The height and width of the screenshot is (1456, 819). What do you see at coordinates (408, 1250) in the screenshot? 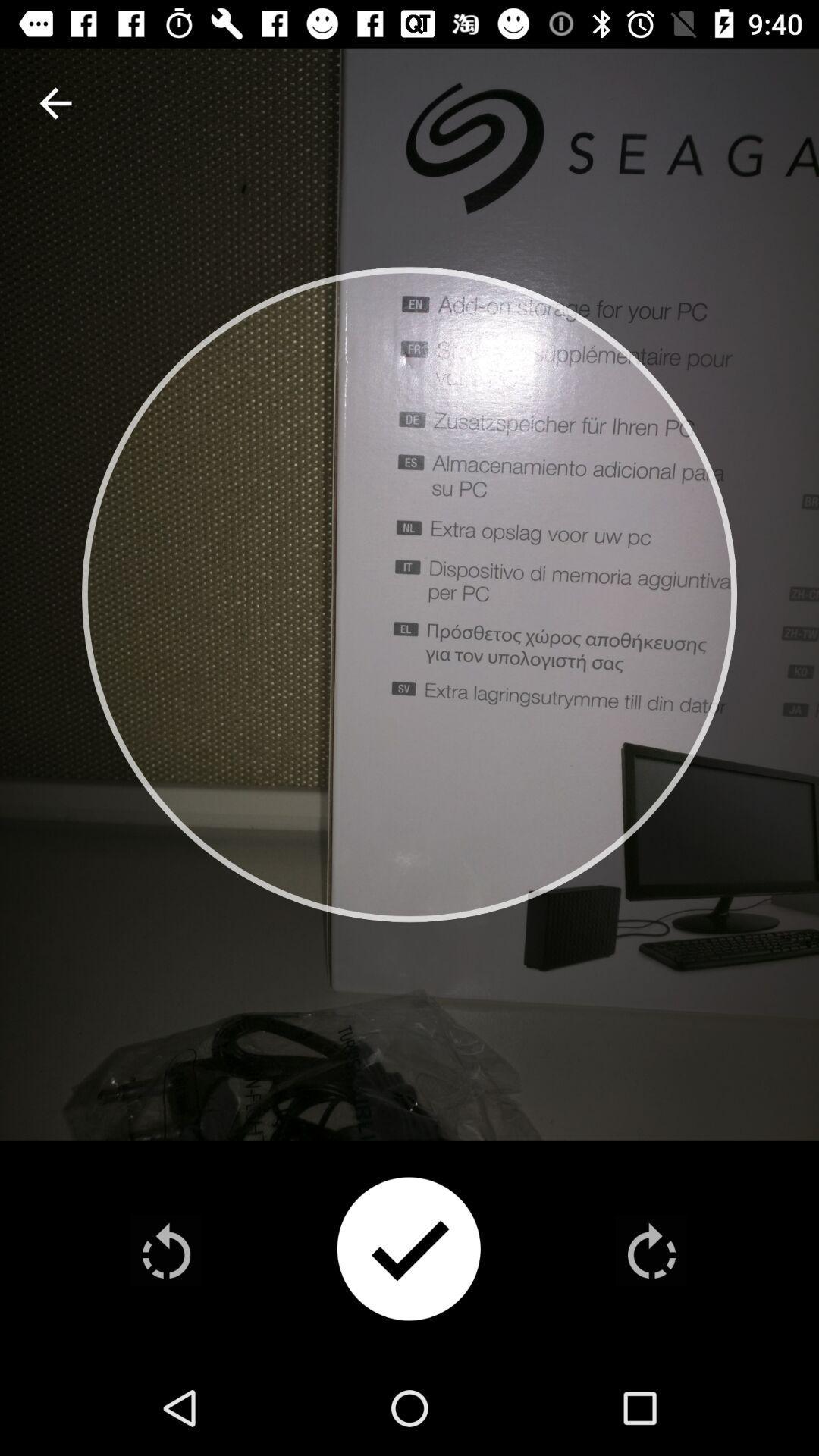
I see `the check icon` at bounding box center [408, 1250].